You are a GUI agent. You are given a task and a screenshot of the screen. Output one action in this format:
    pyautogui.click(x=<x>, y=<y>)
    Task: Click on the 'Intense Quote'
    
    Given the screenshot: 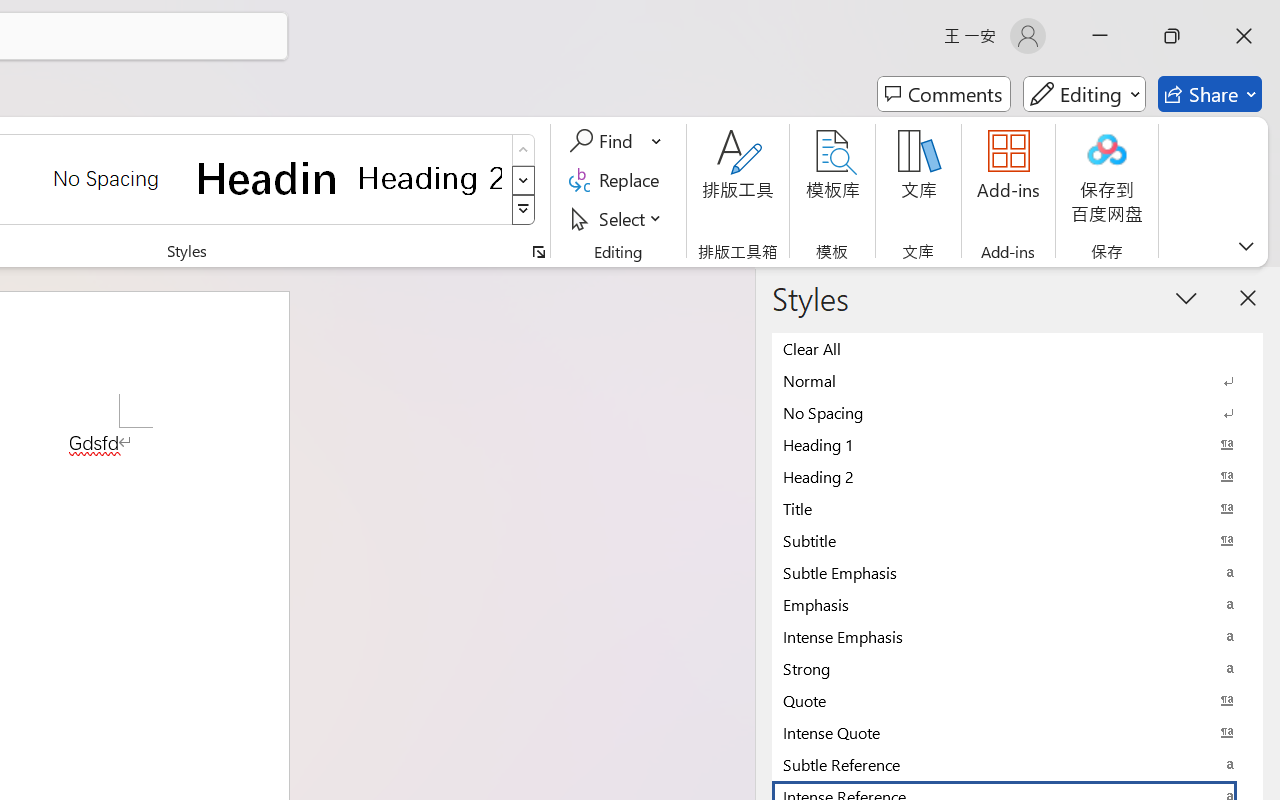 What is the action you would take?
    pyautogui.click(x=1017, y=731)
    